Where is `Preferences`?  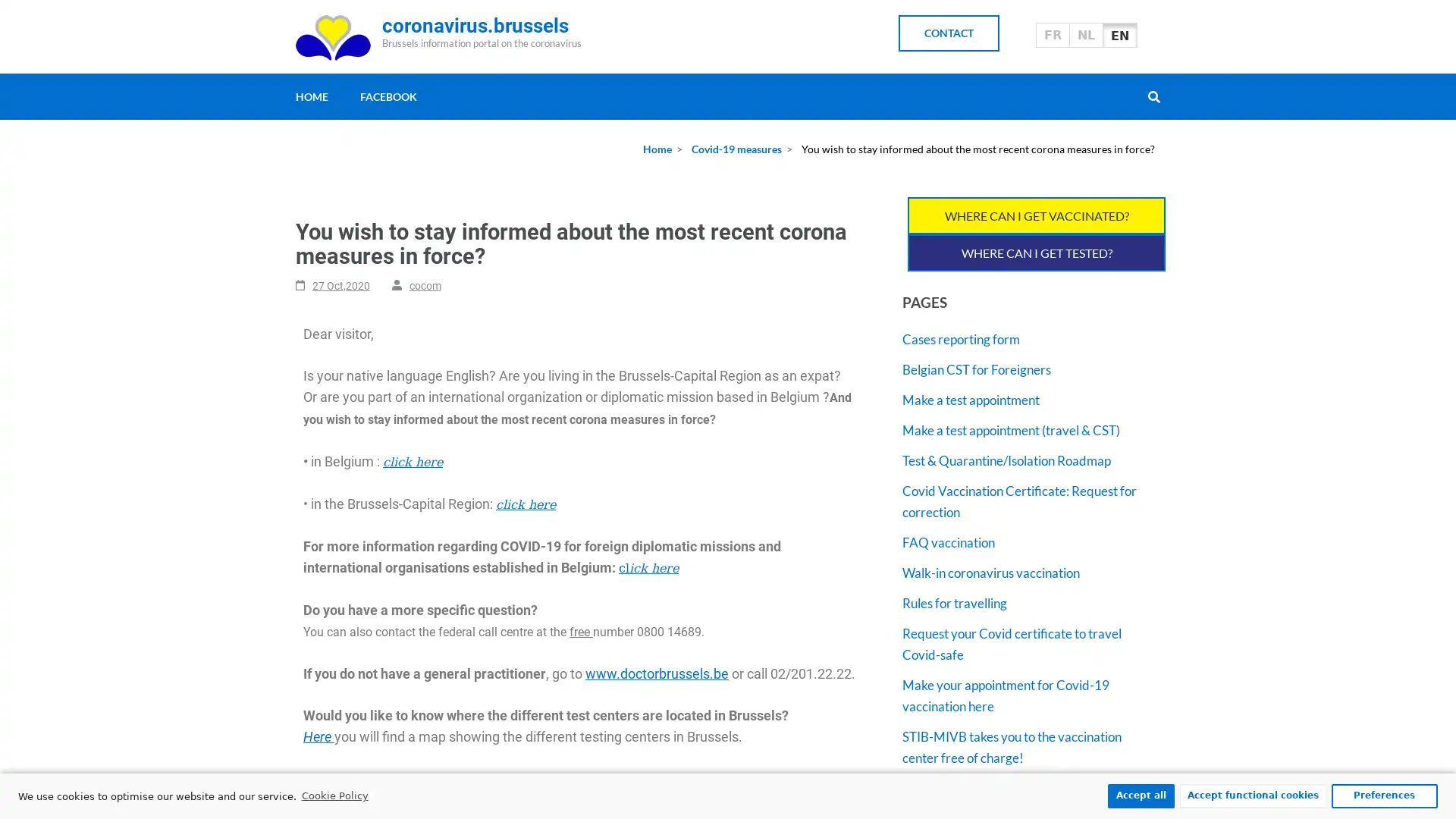
Preferences is located at coordinates (1383, 795).